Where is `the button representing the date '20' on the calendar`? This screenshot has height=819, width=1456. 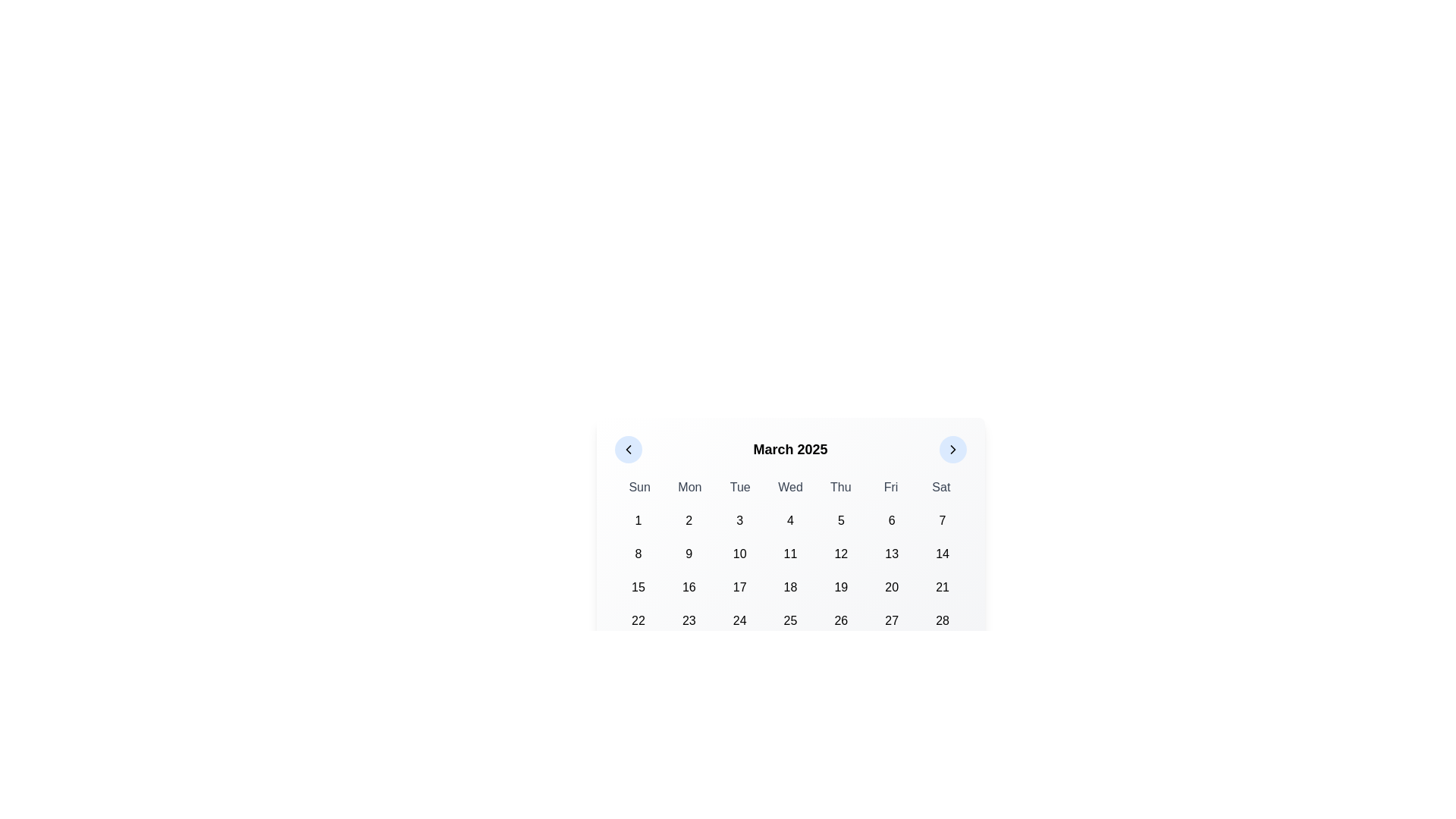
the button representing the date '20' on the calendar is located at coordinates (892, 587).